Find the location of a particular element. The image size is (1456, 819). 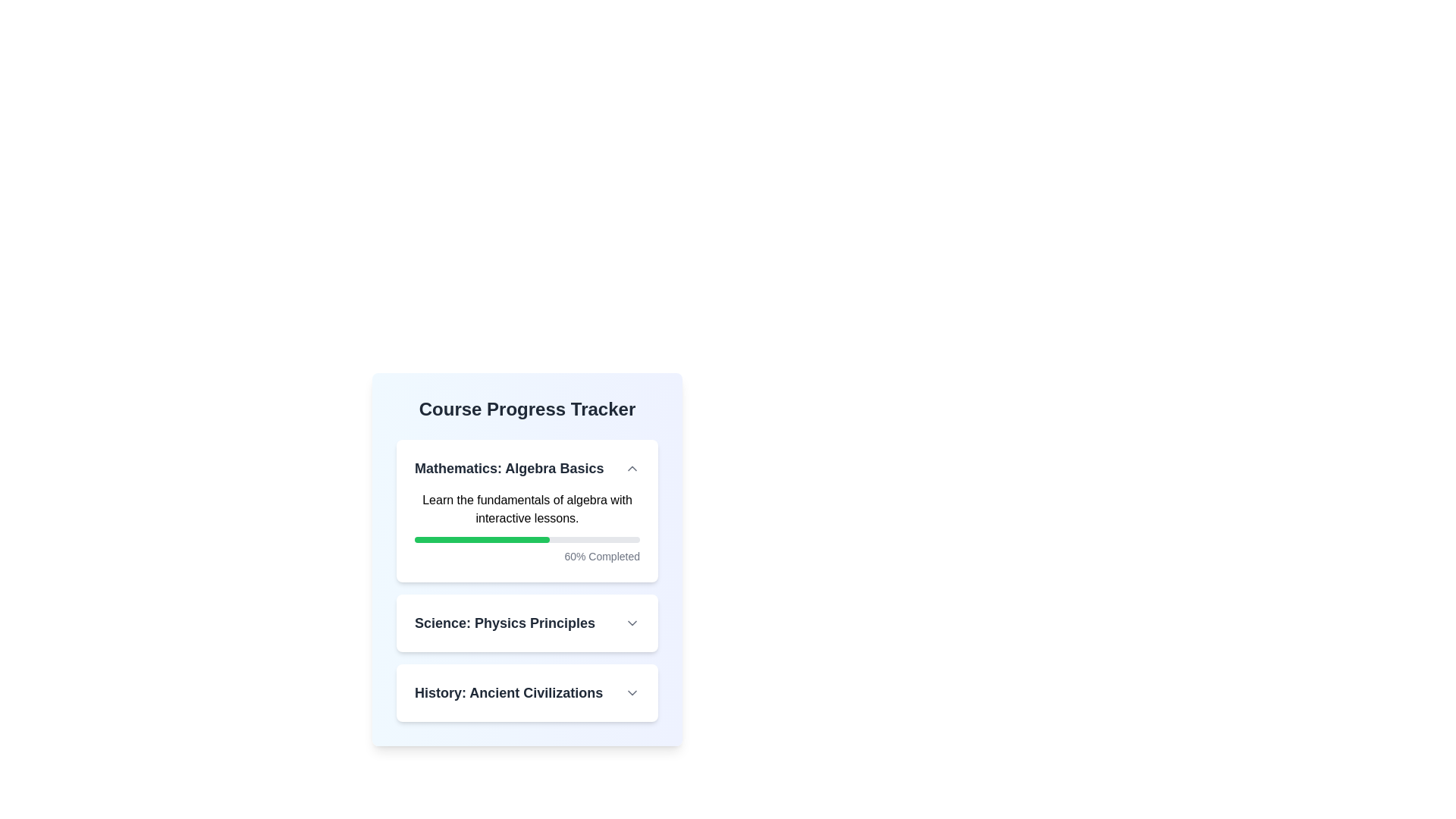

the collapsible course progress tracker item for 'Mathematics: Algebra Basics' is located at coordinates (527, 580).